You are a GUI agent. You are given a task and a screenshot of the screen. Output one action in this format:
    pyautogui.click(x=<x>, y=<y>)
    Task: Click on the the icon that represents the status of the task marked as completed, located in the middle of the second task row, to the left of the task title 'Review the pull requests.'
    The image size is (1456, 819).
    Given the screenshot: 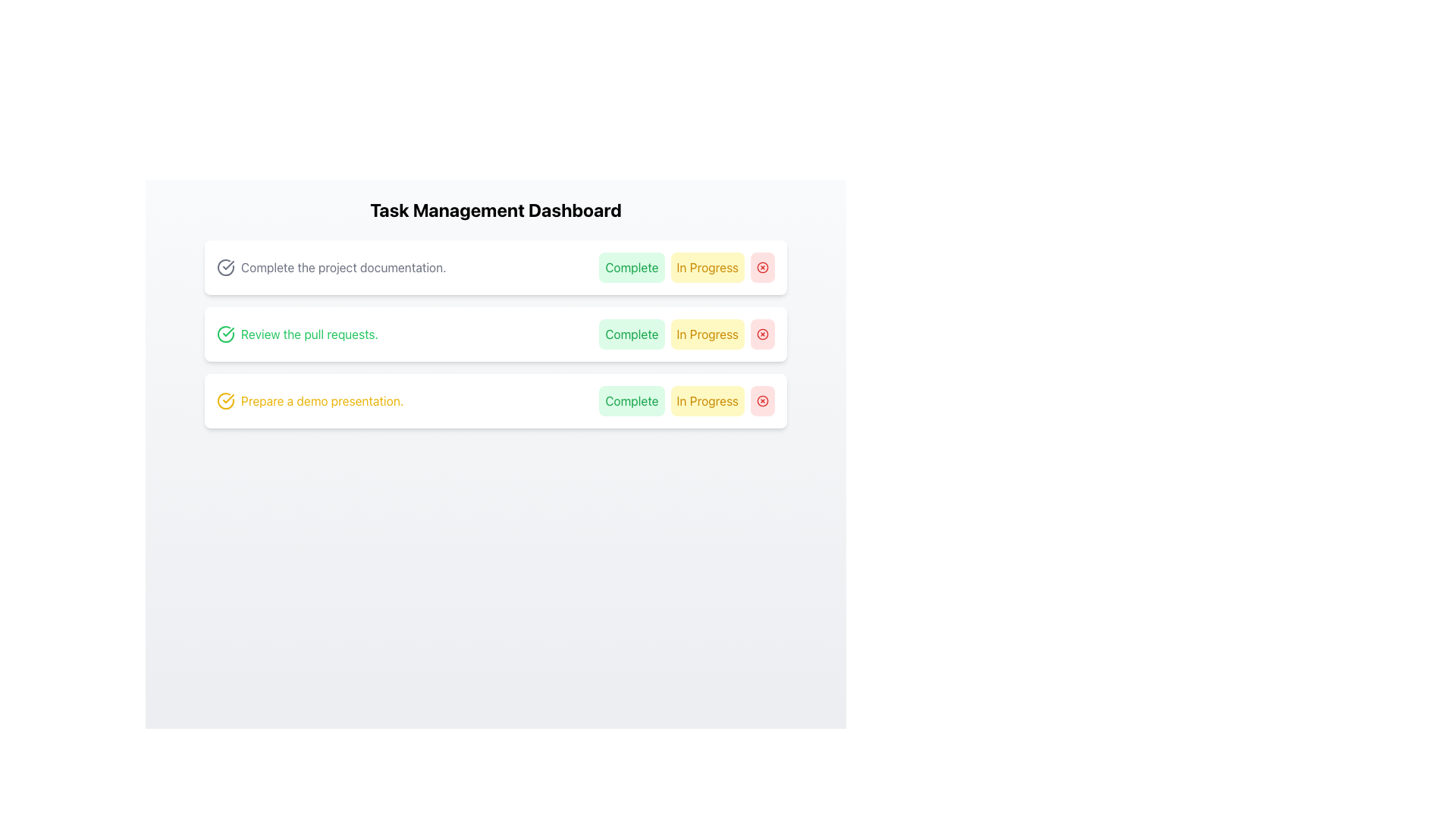 What is the action you would take?
    pyautogui.click(x=227, y=331)
    